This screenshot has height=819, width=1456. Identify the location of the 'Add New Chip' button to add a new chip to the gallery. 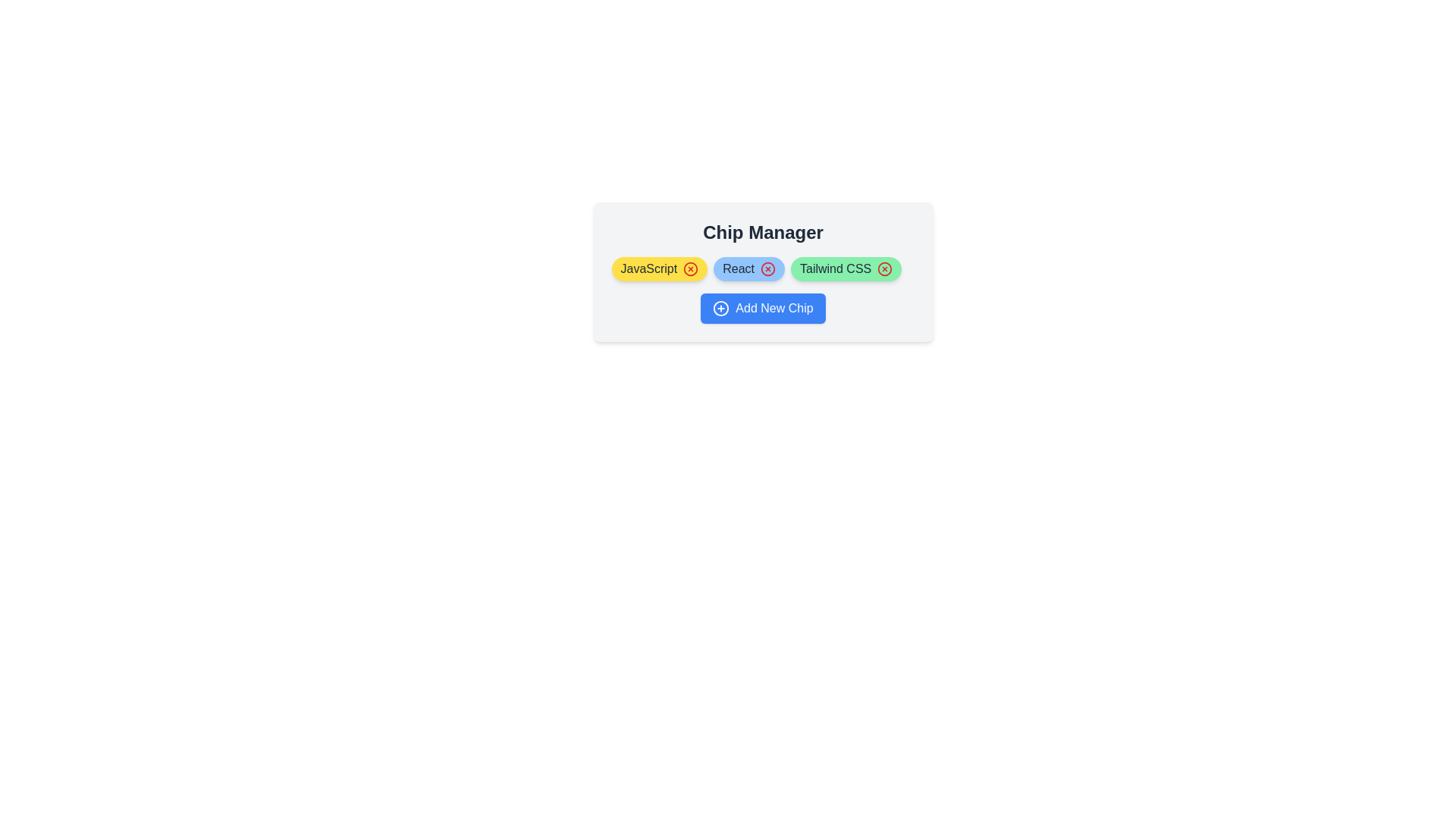
(763, 308).